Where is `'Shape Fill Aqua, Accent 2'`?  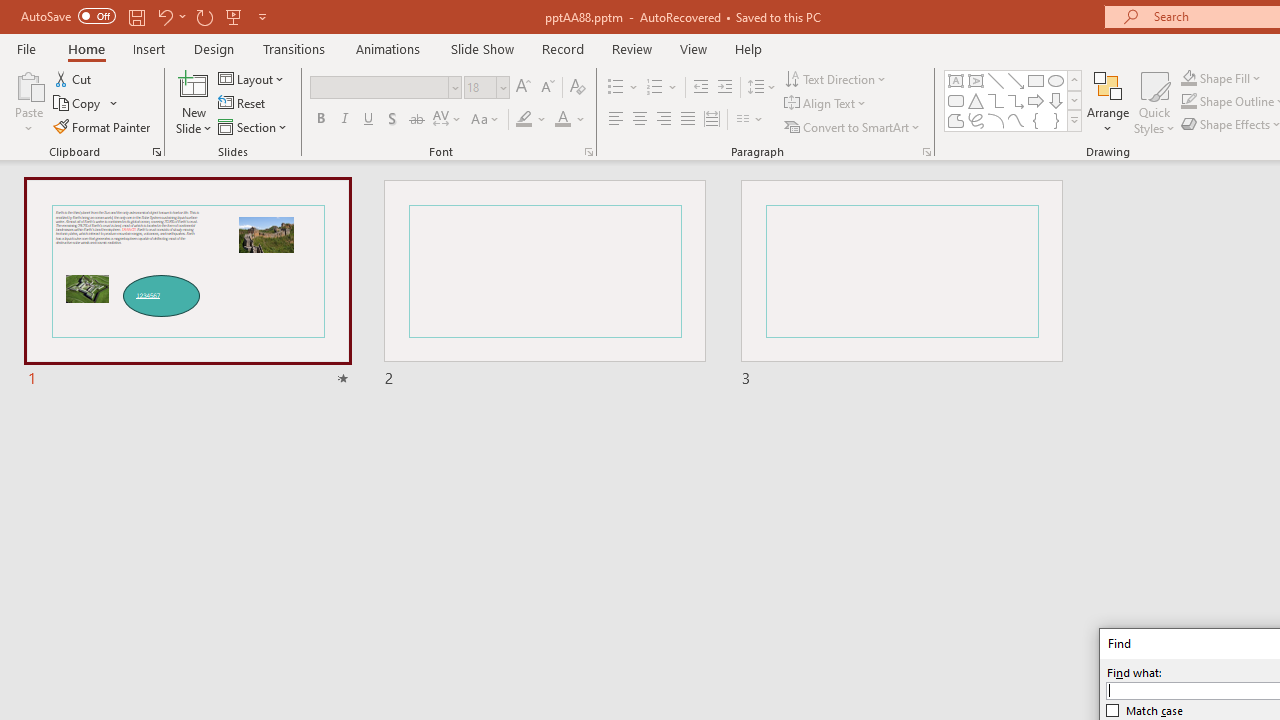 'Shape Fill Aqua, Accent 2' is located at coordinates (1189, 77).